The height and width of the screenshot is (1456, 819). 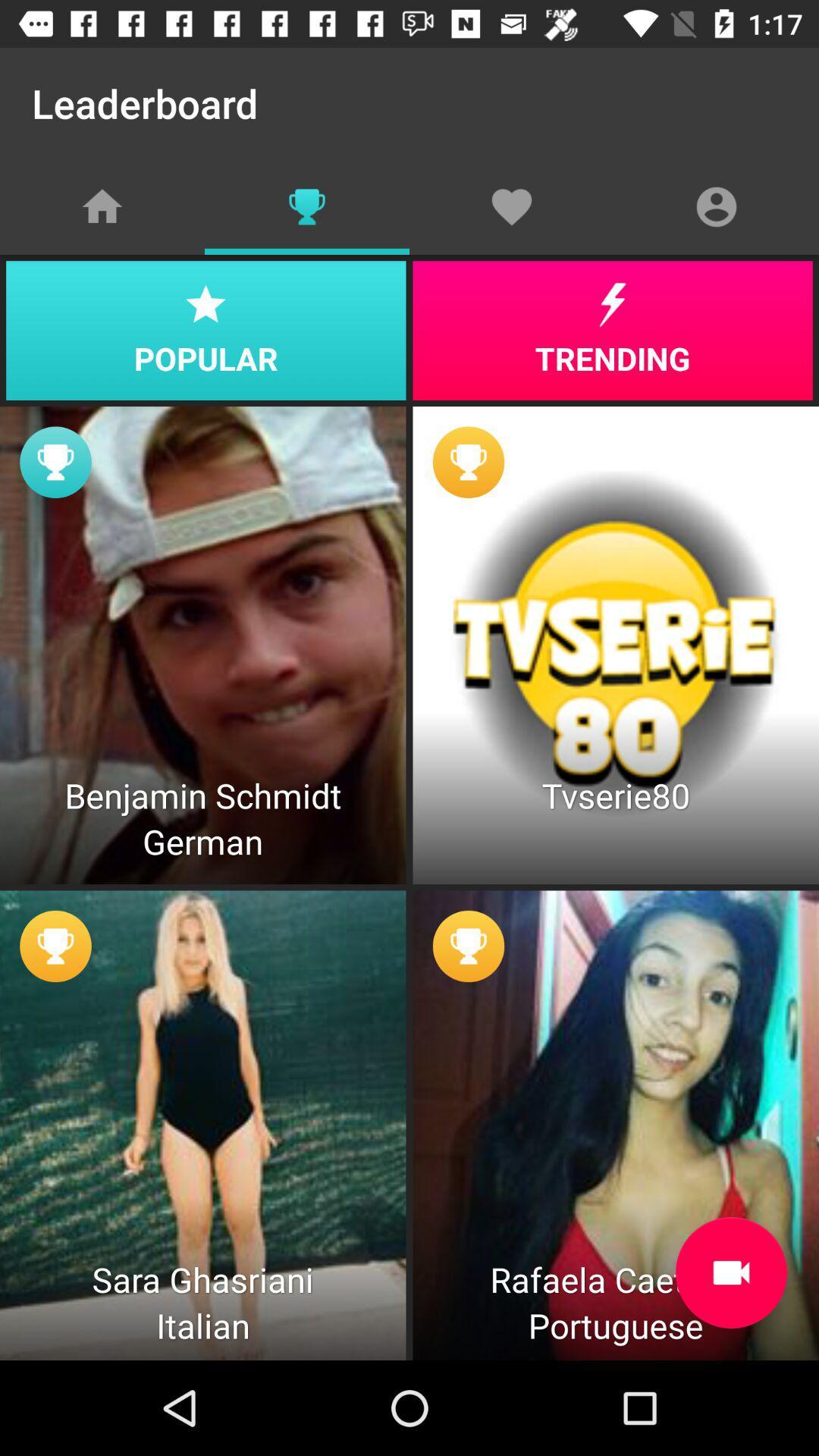 I want to click on the videocam icon, so click(x=730, y=1272).